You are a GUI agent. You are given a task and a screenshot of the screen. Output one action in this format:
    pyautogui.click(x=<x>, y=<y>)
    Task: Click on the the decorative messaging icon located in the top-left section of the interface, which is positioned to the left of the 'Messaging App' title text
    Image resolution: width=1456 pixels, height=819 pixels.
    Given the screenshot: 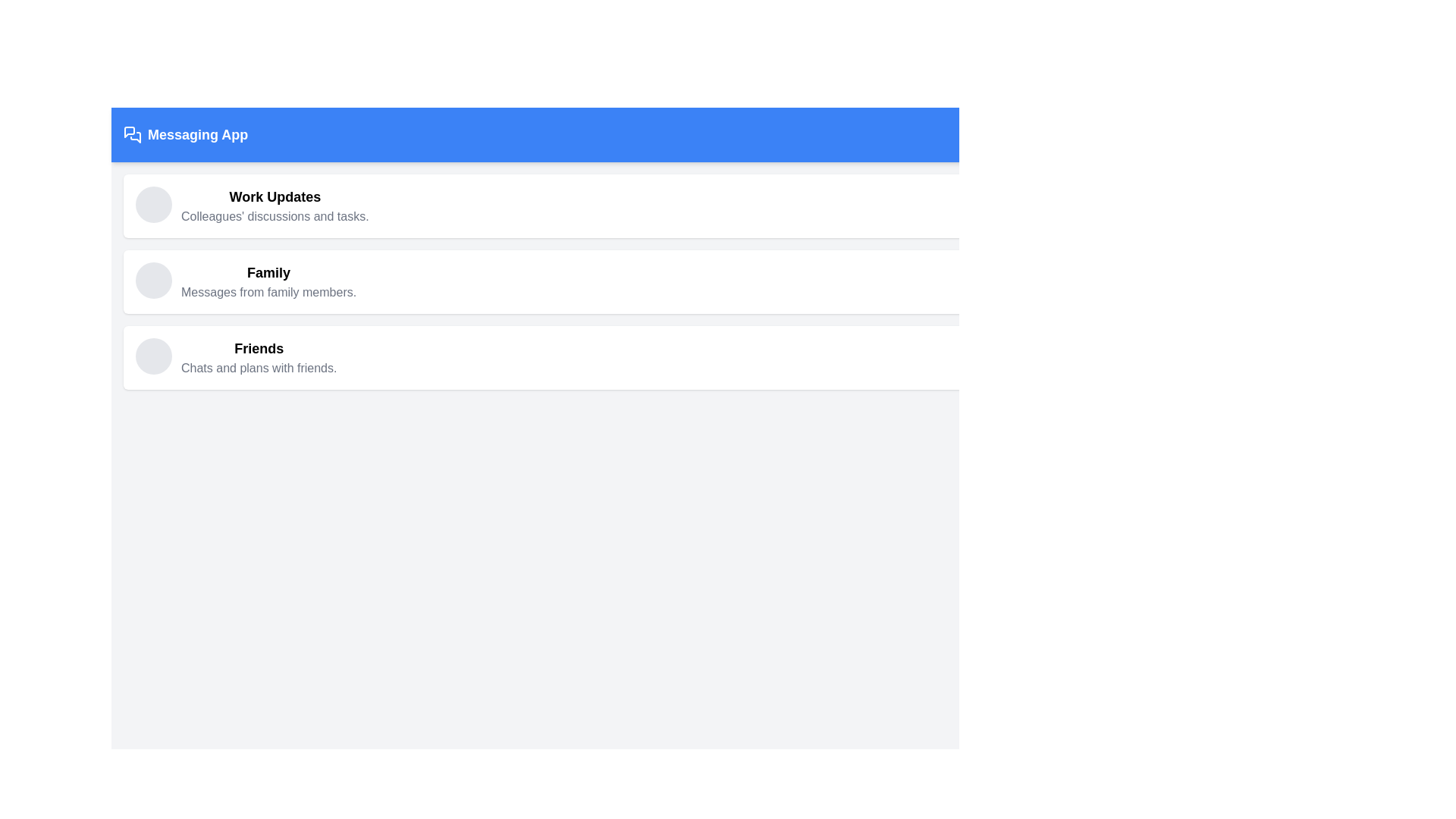 What is the action you would take?
    pyautogui.click(x=132, y=133)
    